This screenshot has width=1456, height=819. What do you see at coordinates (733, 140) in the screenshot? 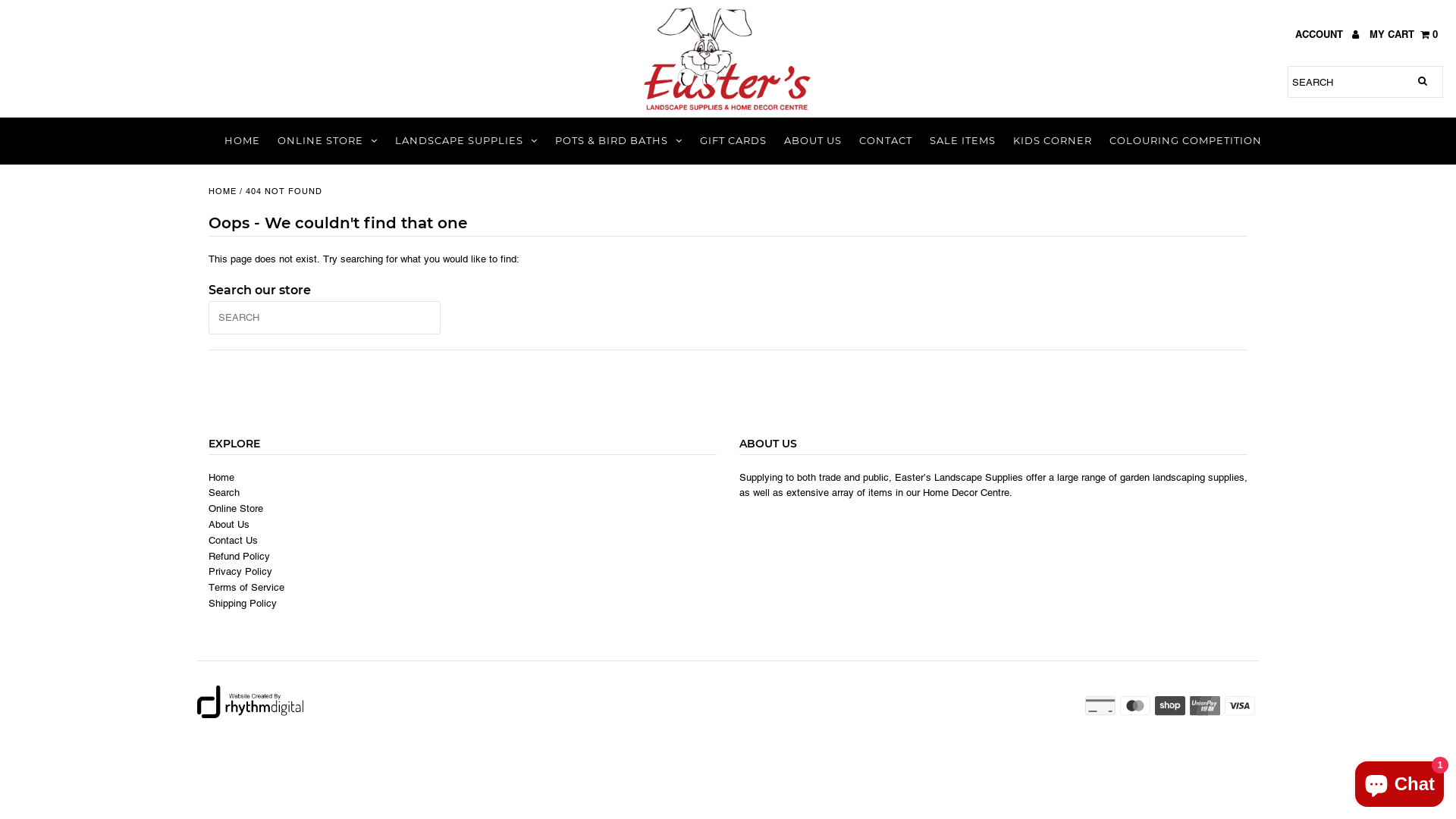
I see `'GIFT CARDS'` at bounding box center [733, 140].